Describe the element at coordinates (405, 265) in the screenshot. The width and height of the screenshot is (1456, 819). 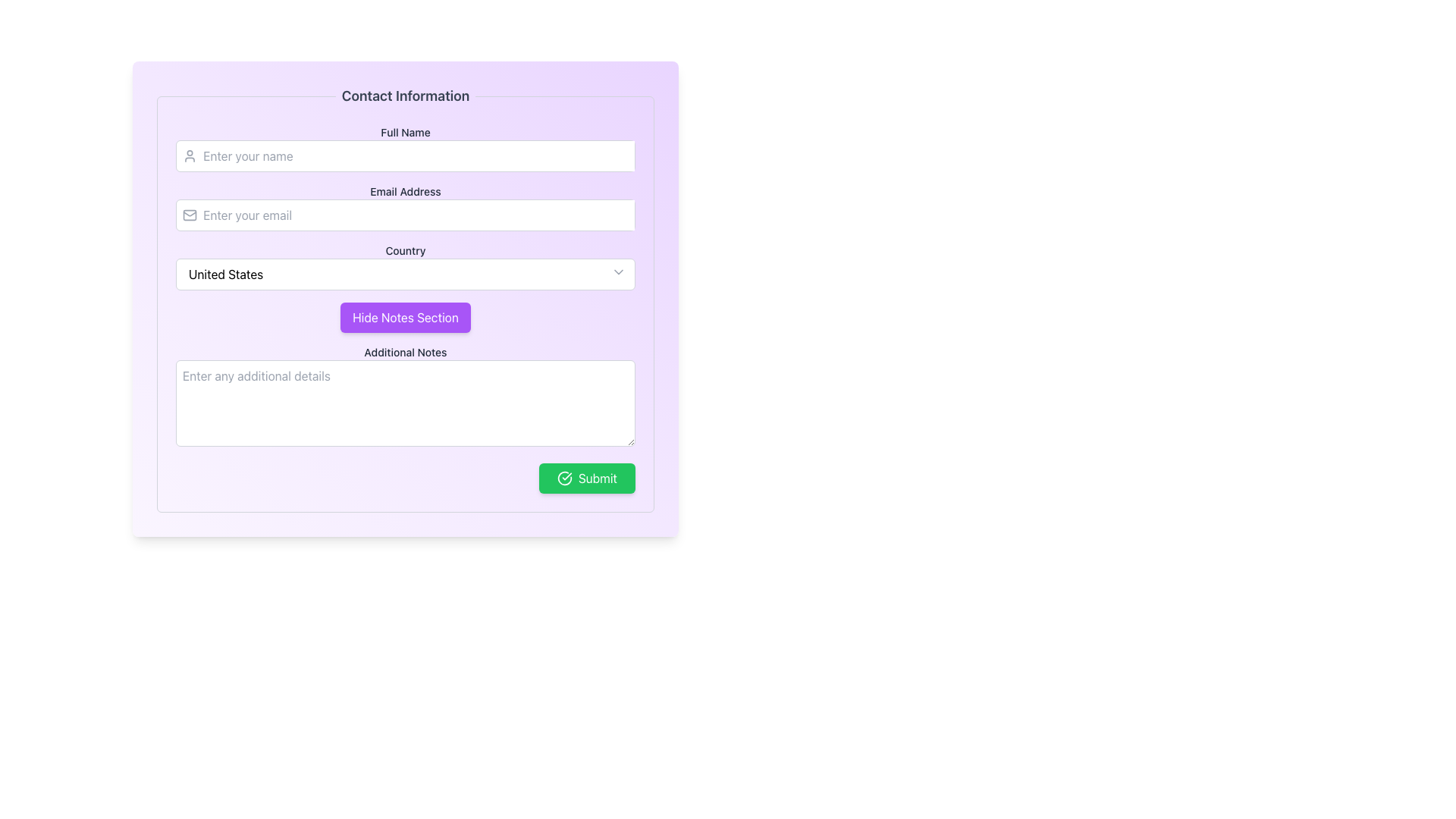
I see `the dropdown menu for selecting a country, which is located in the center of the form, below the 'Email Address' field and above the 'Hide Notes Section' button` at that location.